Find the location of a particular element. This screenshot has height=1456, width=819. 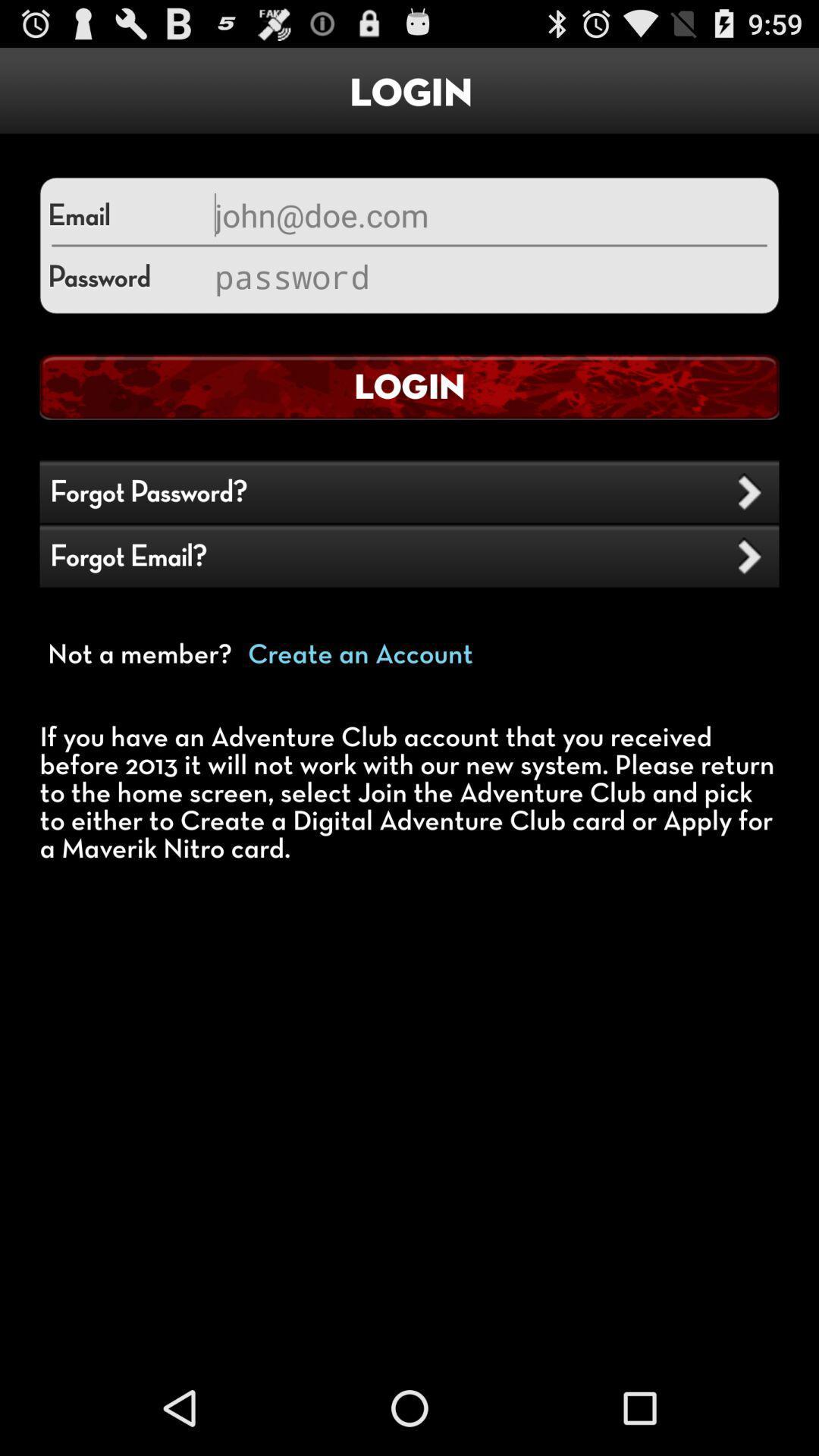

email section is located at coordinates (488, 214).